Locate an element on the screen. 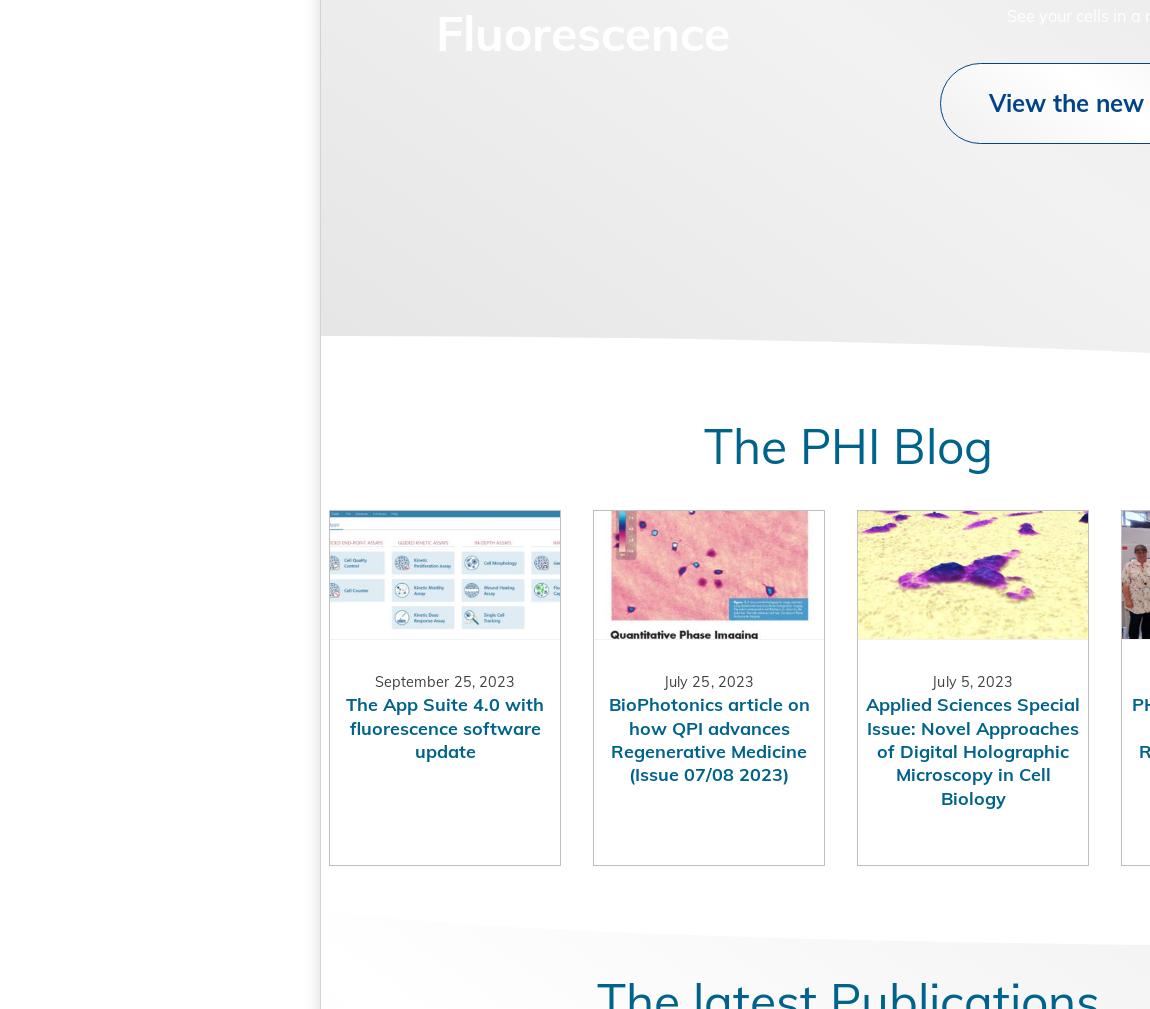  'September 25, 2023' is located at coordinates (347, 724).